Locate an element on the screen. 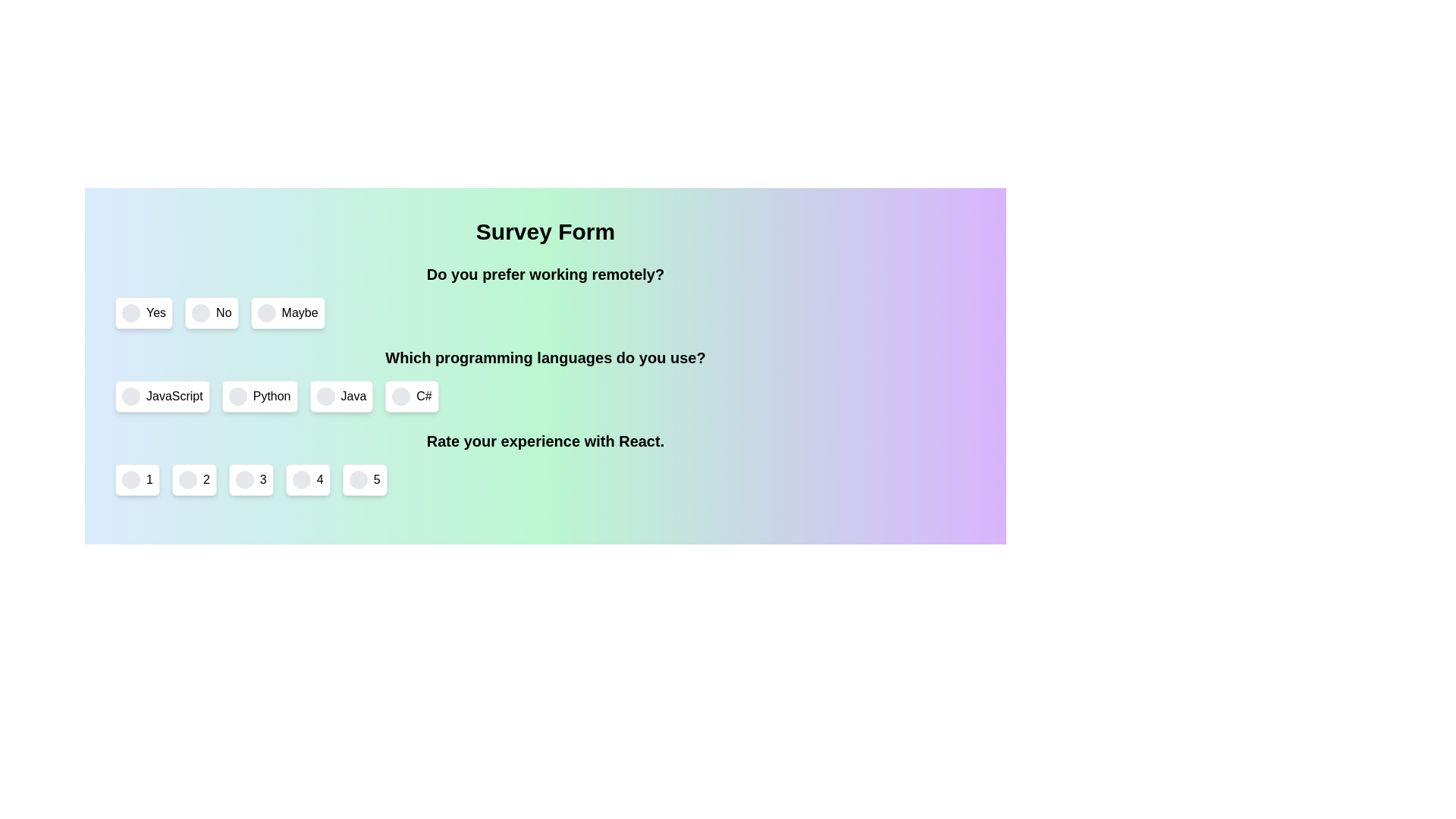  the radio button group labeled 'Yes,' 'No,' and 'Maybe' positioned below the question 'Do you prefer working remotely?' in the survey form is located at coordinates (545, 296).